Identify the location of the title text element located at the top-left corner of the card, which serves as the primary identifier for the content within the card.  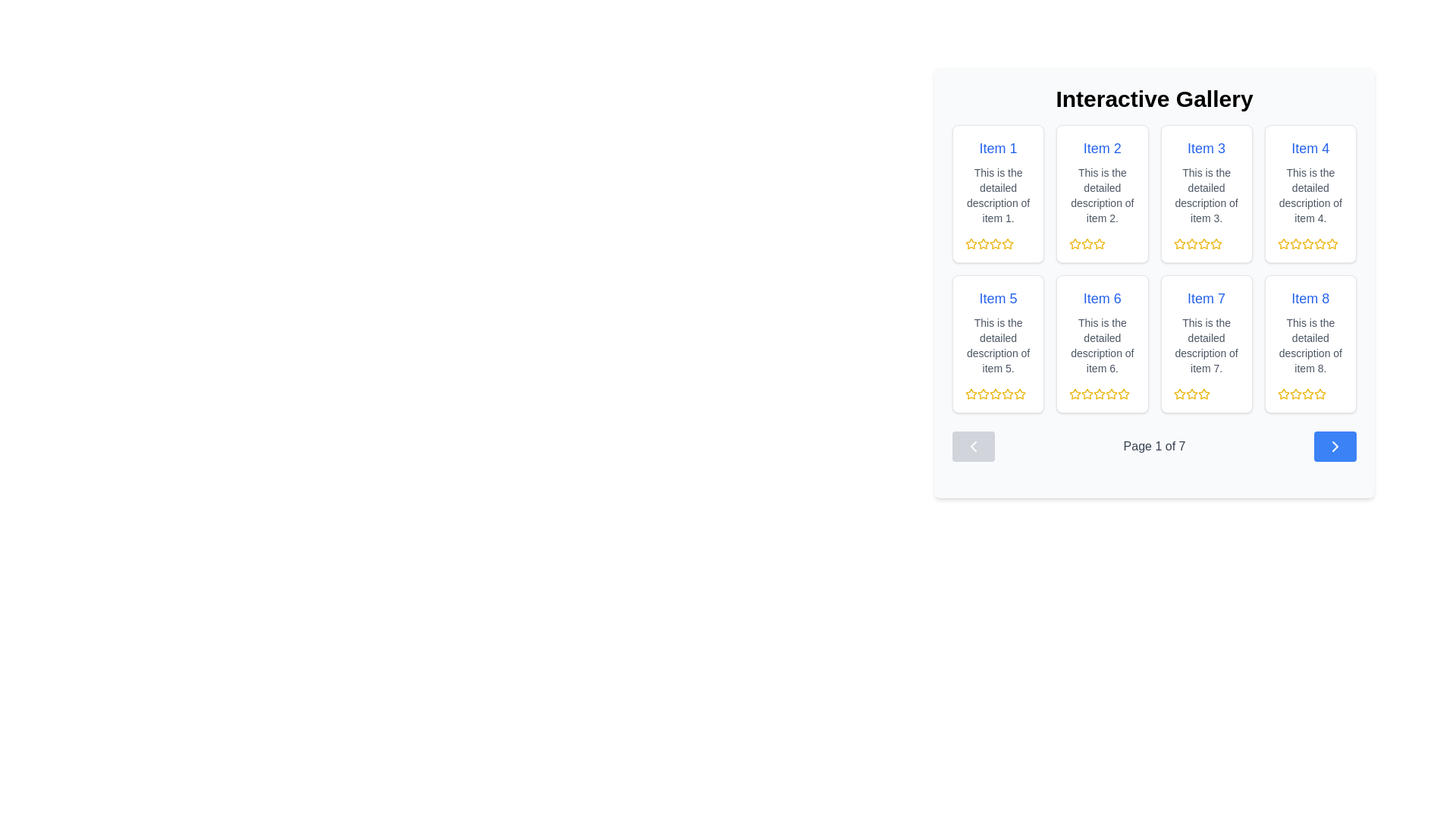
(998, 149).